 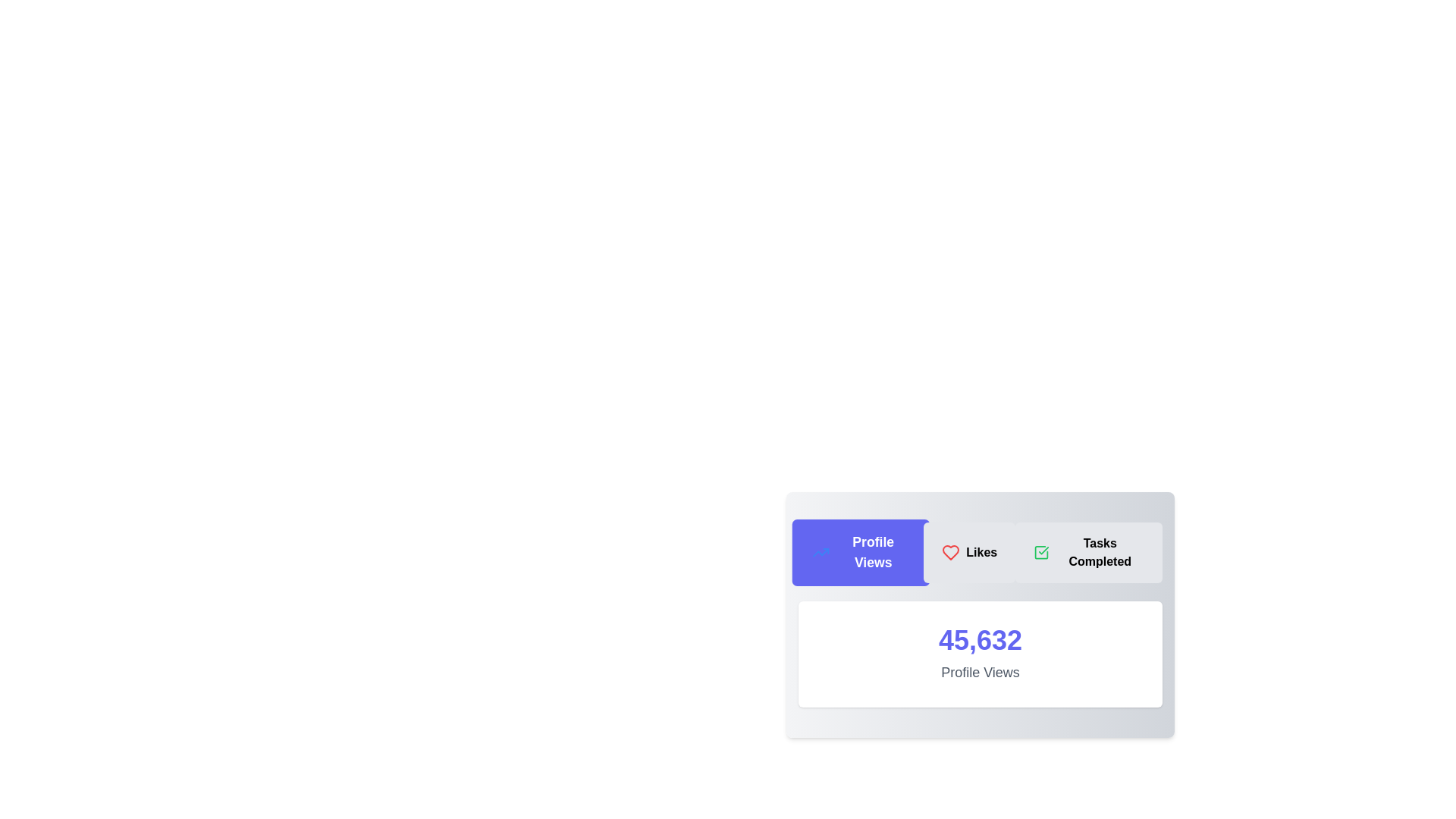 What do you see at coordinates (1088, 553) in the screenshot?
I see `the tab labeled Tasks Completed to observe its hover effect` at bounding box center [1088, 553].